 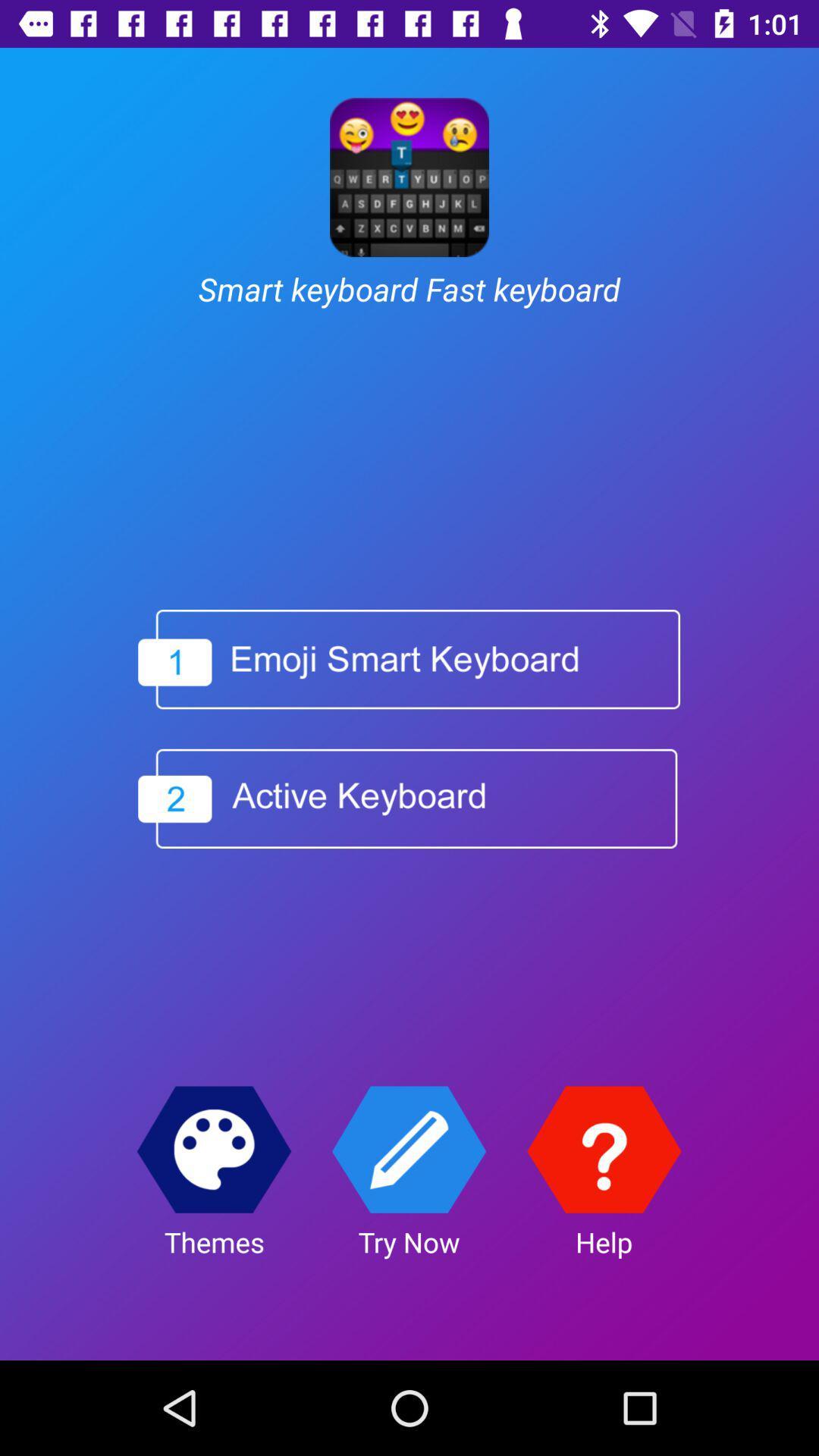 What do you see at coordinates (408, 659) in the screenshot?
I see `the icon below smart keyboard fast item` at bounding box center [408, 659].